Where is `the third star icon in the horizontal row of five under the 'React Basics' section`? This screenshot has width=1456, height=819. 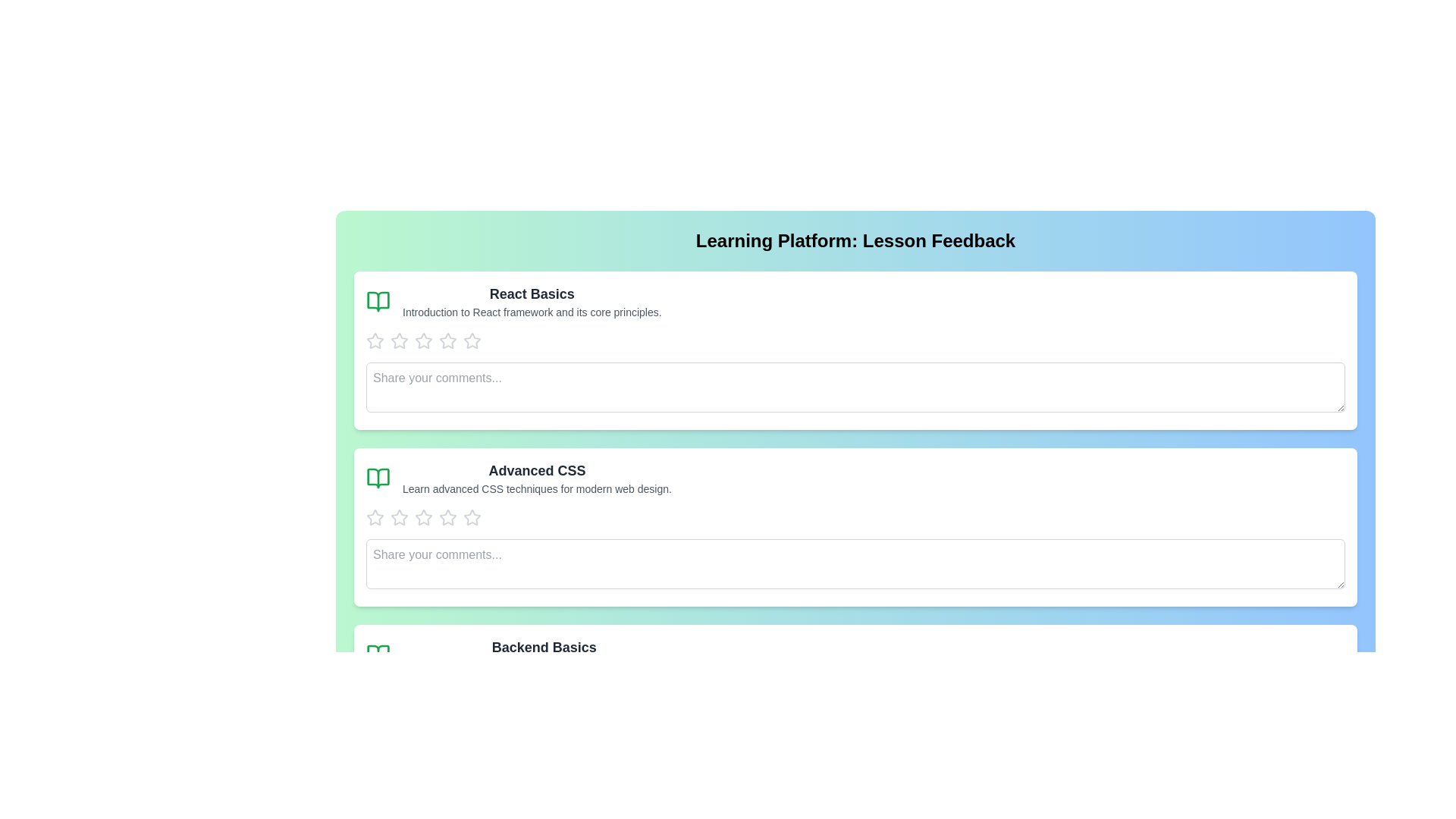 the third star icon in the horizontal row of five under the 'React Basics' section is located at coordinates (447, 340).